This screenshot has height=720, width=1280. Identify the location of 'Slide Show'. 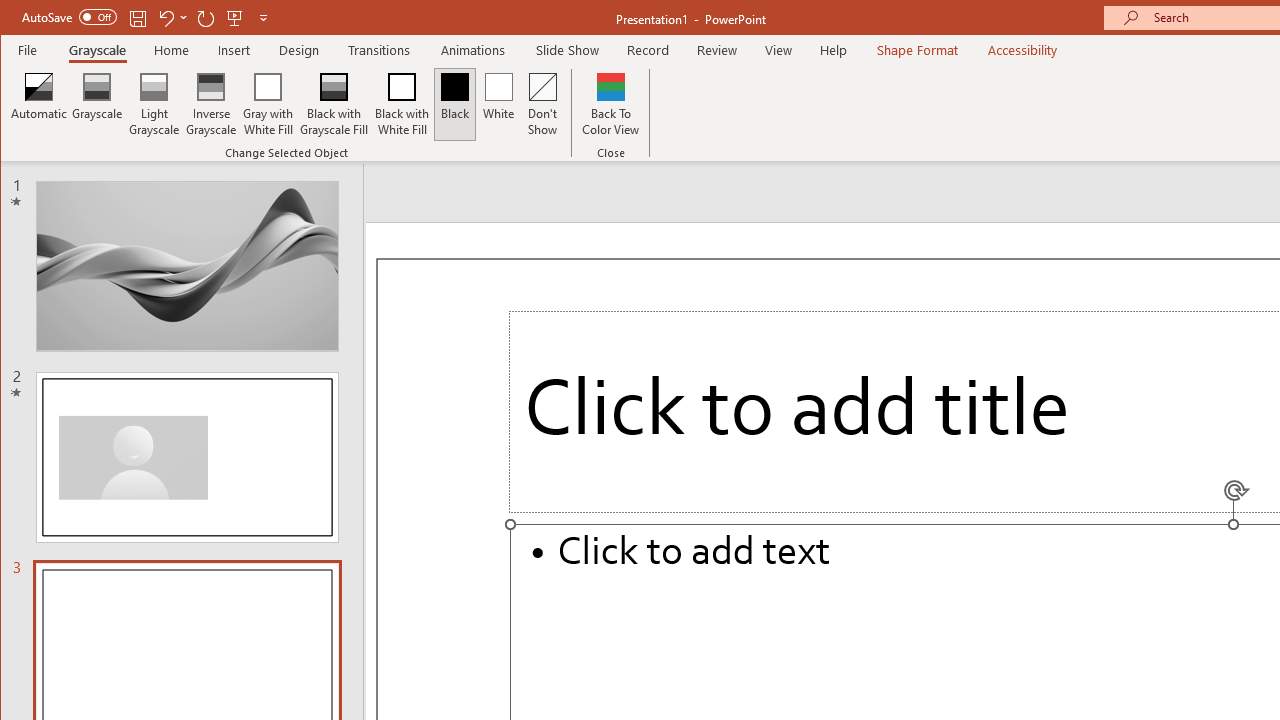
(566, 49).